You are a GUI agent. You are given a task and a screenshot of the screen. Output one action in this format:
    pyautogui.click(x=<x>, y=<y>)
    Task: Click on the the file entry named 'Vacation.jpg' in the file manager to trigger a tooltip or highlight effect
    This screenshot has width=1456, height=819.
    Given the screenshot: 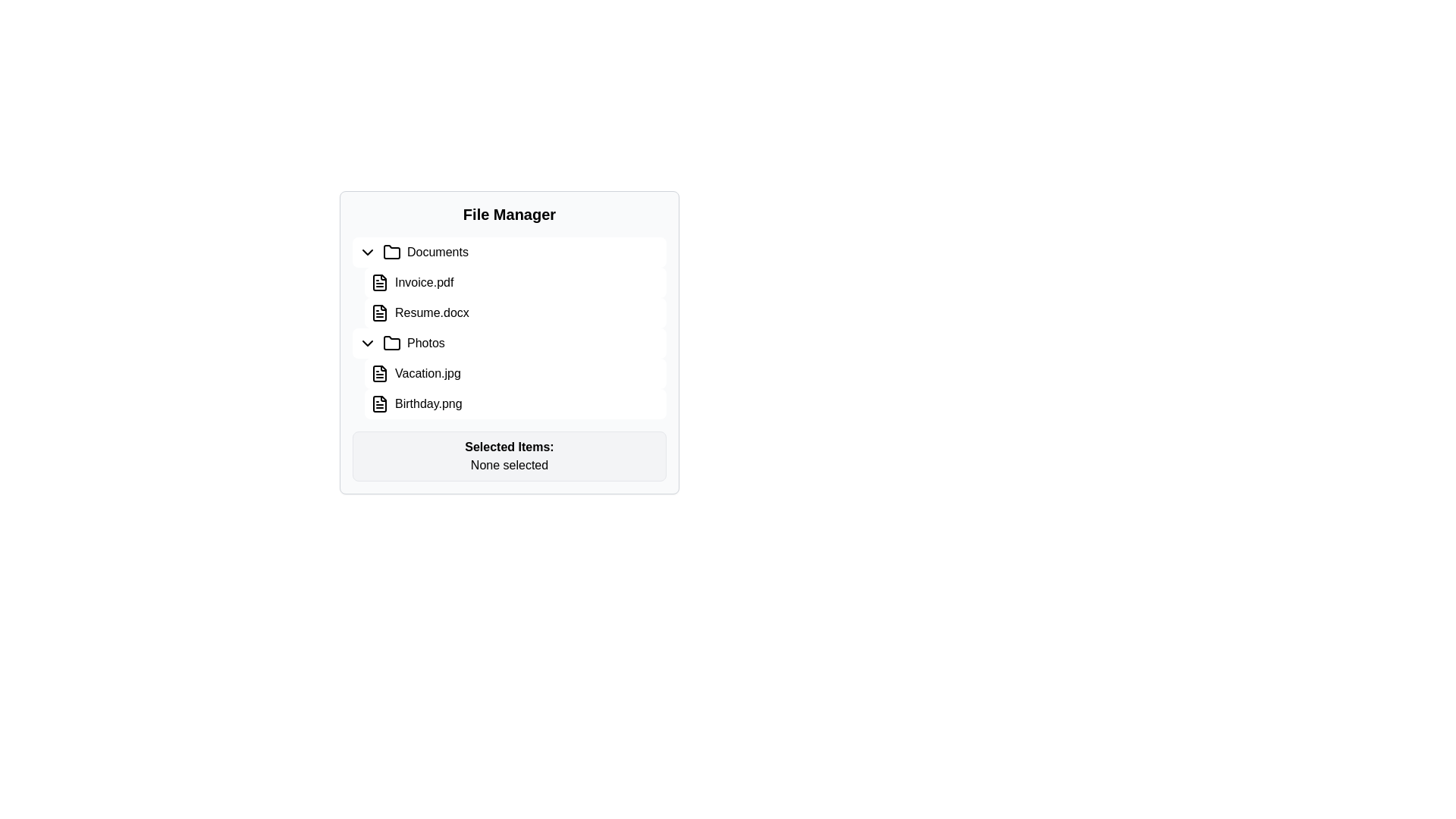 What is the action you would take?
    pyautogui.click(x=510, y=374)
    